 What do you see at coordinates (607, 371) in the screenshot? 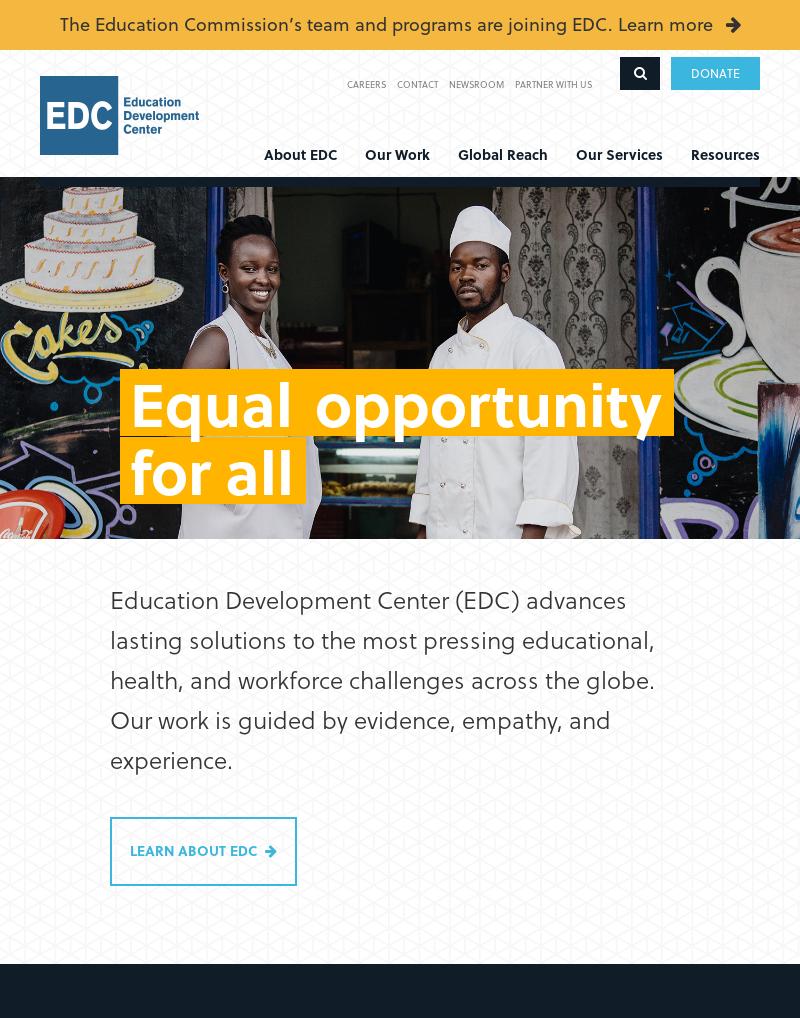
I see `'Out-of-School Learning'` at bounding box center [607, 371].